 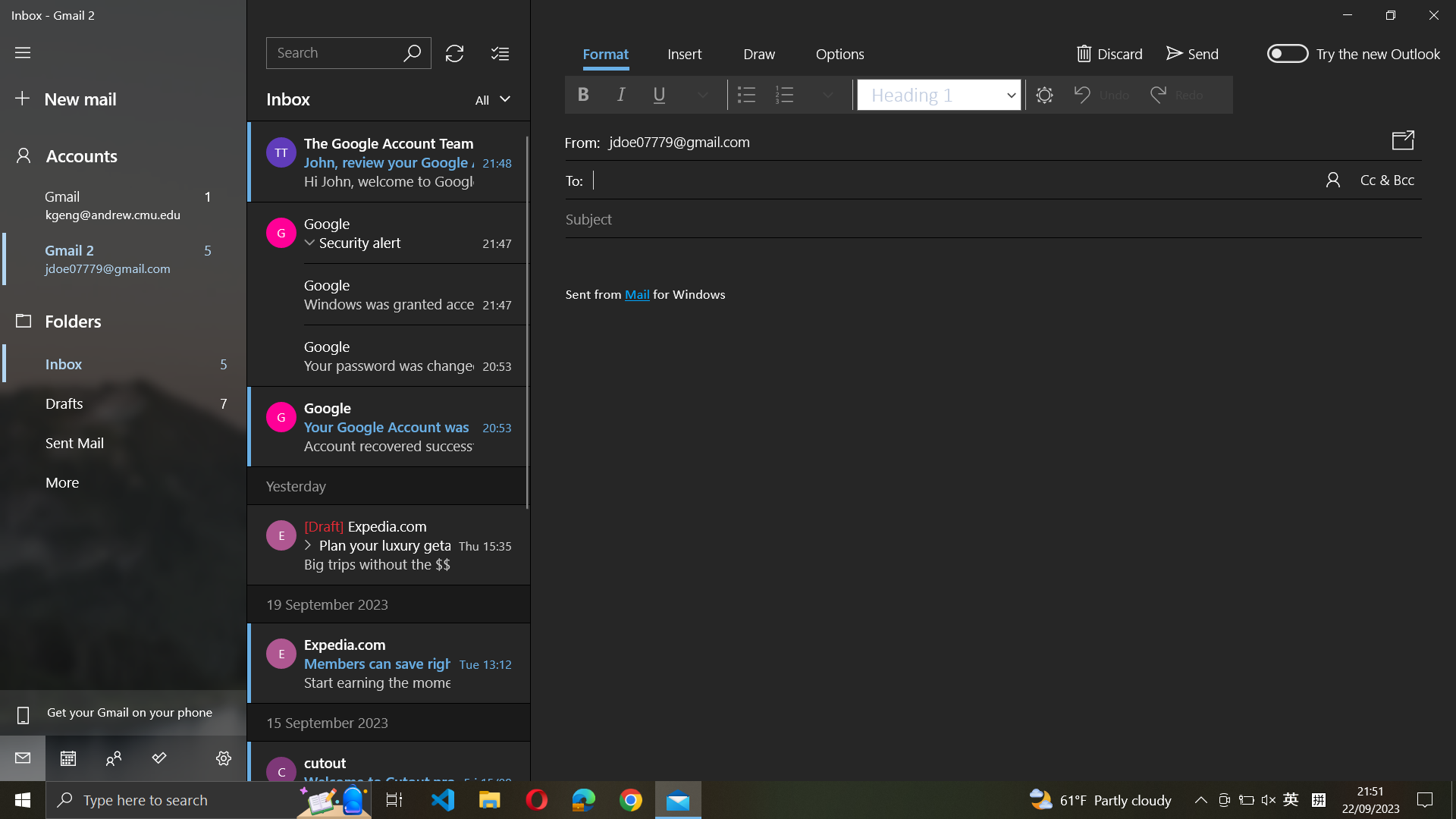 I want to click on Look for emails originating from Google, so click(x=348, y=52).